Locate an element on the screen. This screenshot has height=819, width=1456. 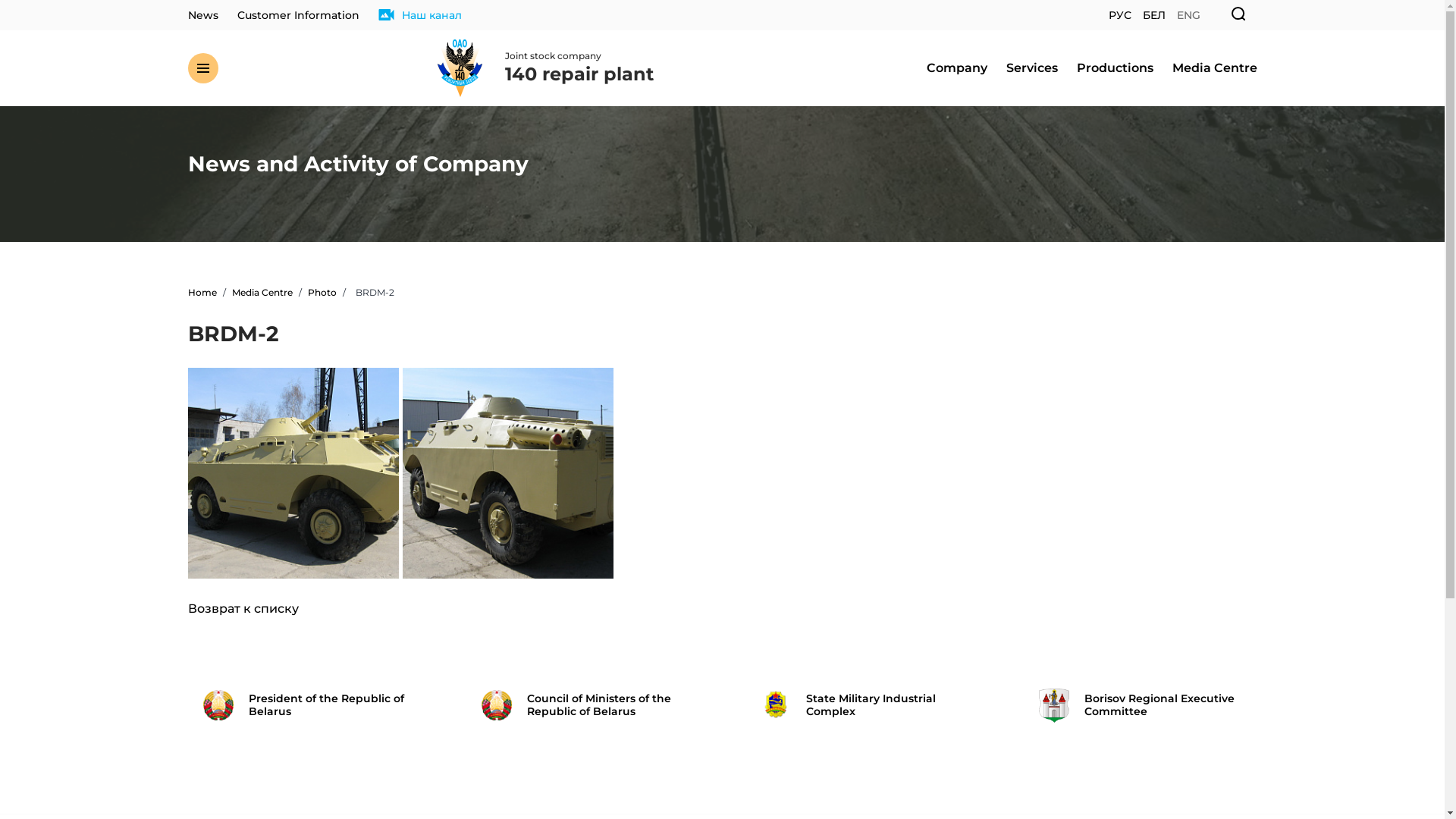
'News' is located at coordinates (187, 15).